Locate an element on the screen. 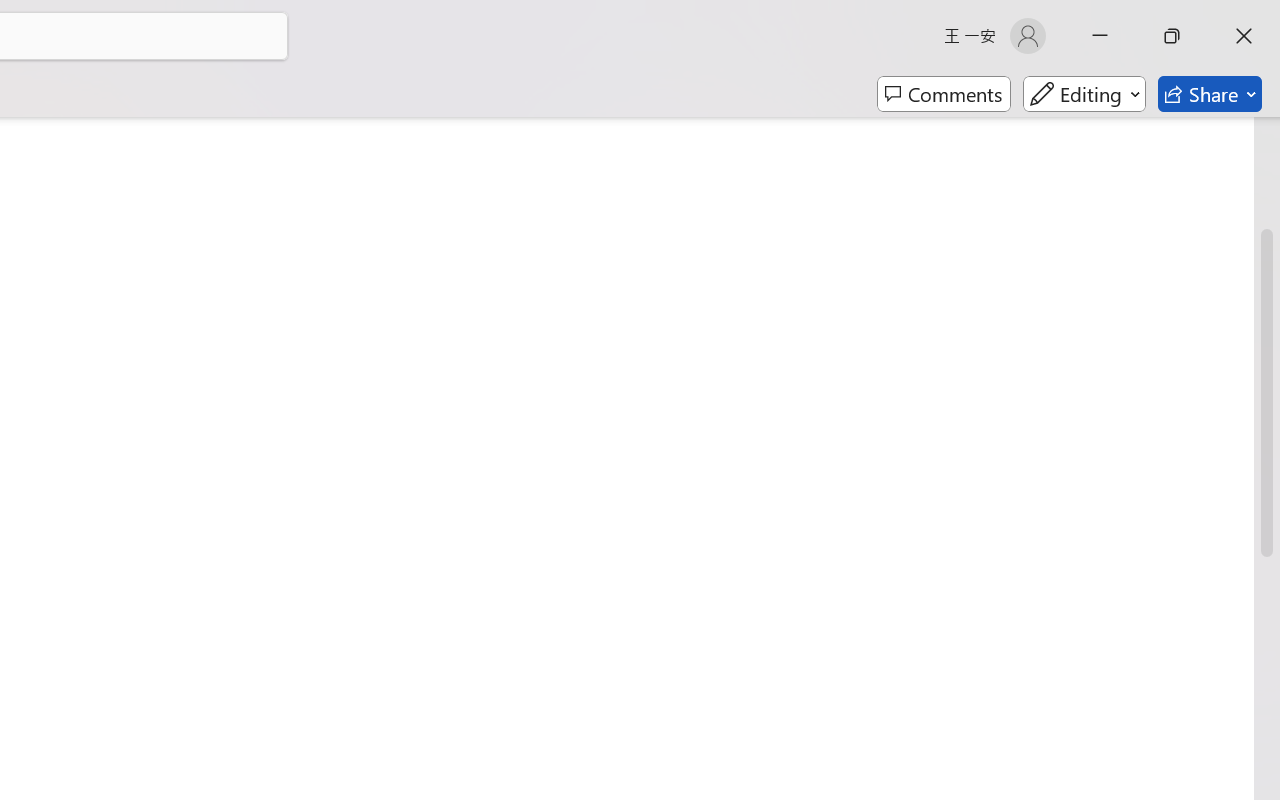  'Close' is located at coordinates (1243, 35).